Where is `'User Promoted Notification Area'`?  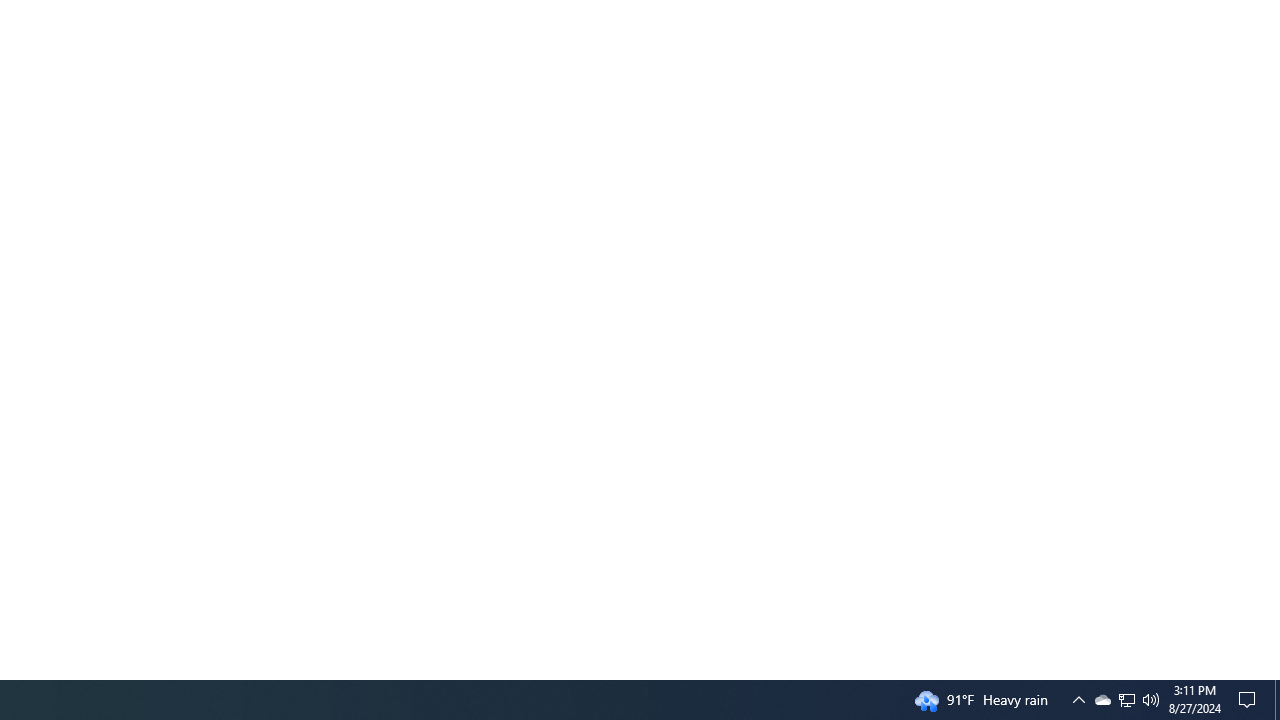 'User Promoted Notification Area' is located at coordinates (1127, 698).